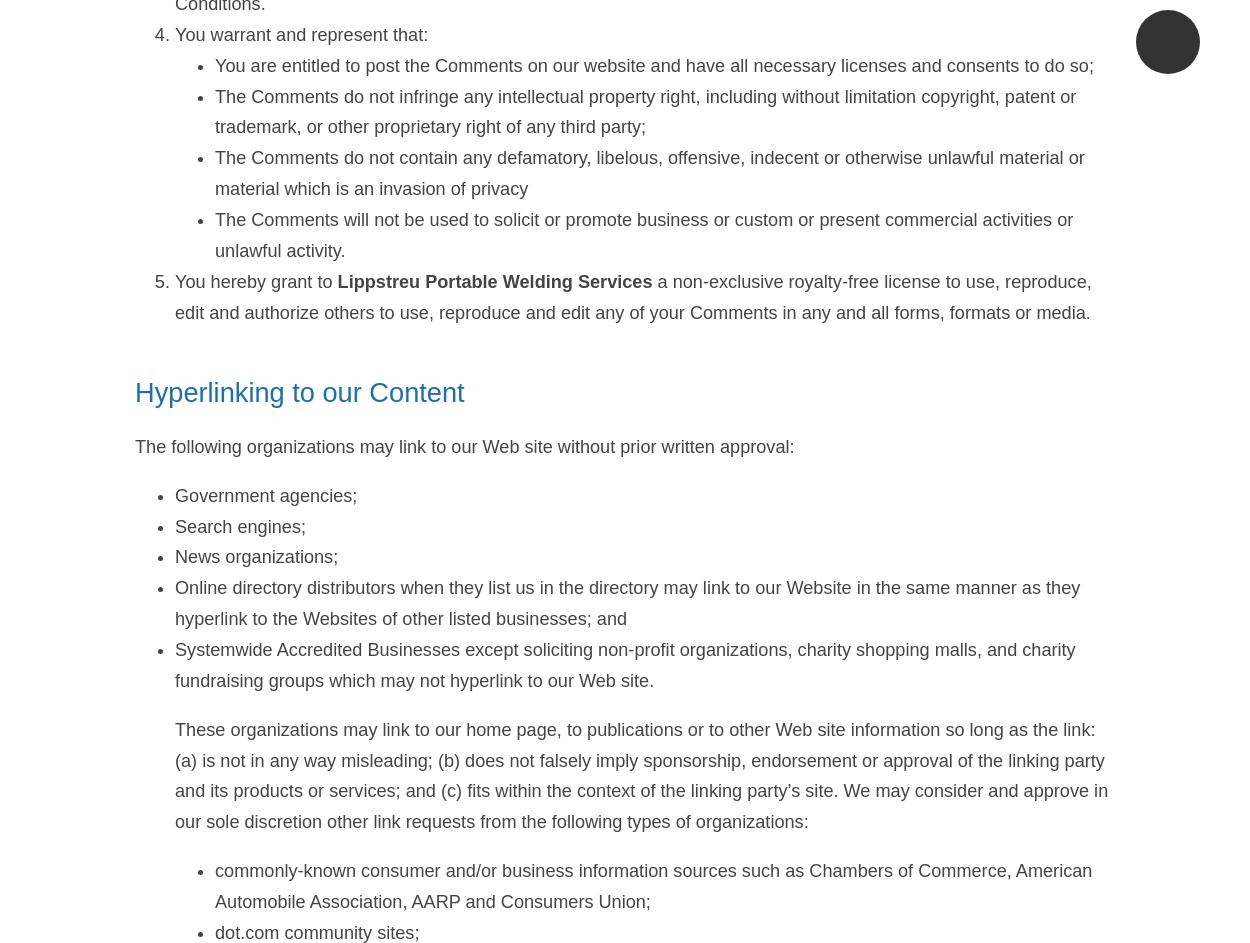 The height and width of the screenshot is (943, 1250). Describe the element at coordinates (654, 63) in the screenshot. I see `'You are entitled to post the Comments on our website and have all necessary licenses and consents to do so;'` at that location.